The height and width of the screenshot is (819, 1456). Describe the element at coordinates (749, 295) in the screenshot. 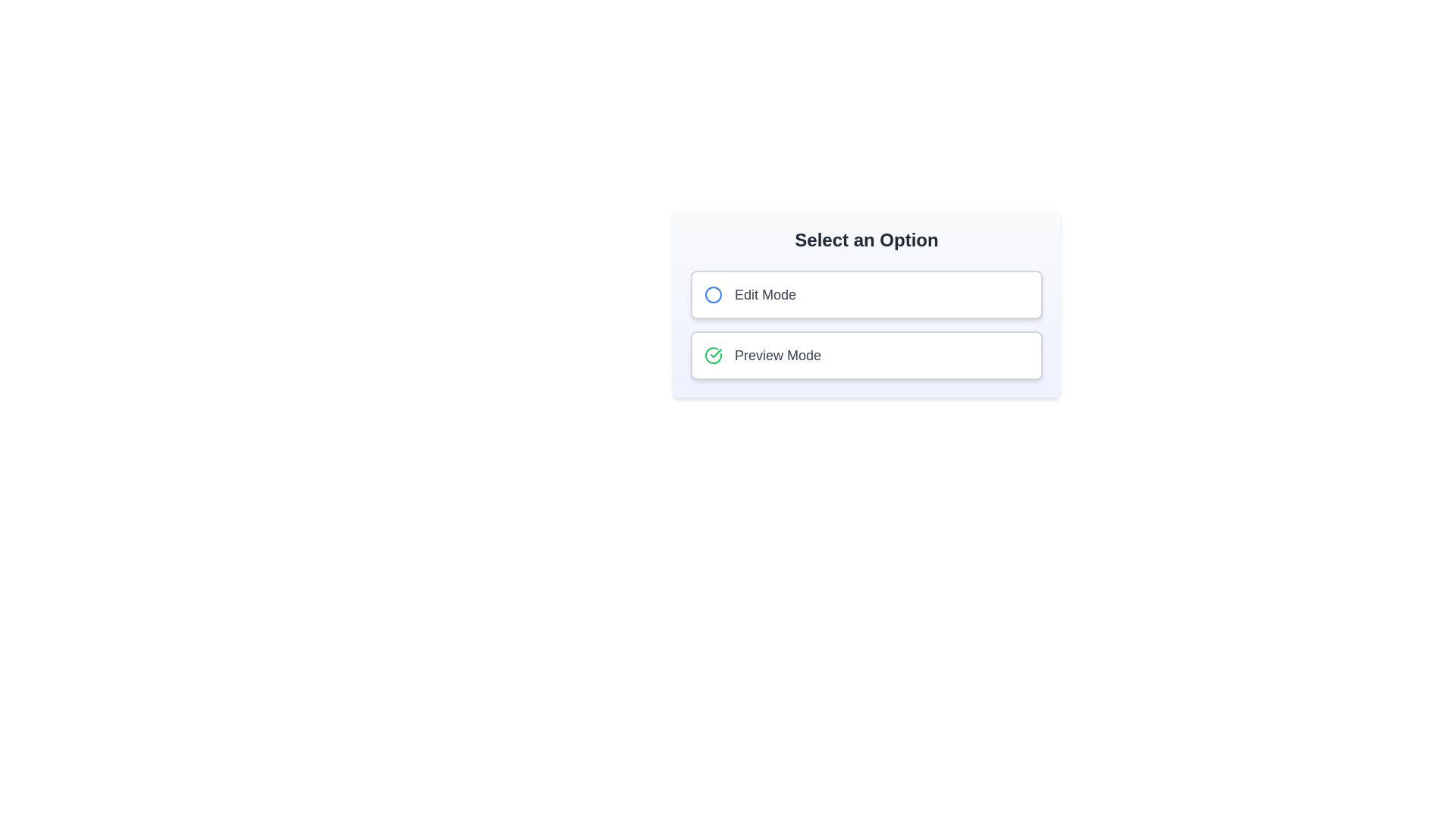

I see `the 'Edit Mode' option selector, which is the first option in a vertically stacked list, to initiate the selection process` at that location.